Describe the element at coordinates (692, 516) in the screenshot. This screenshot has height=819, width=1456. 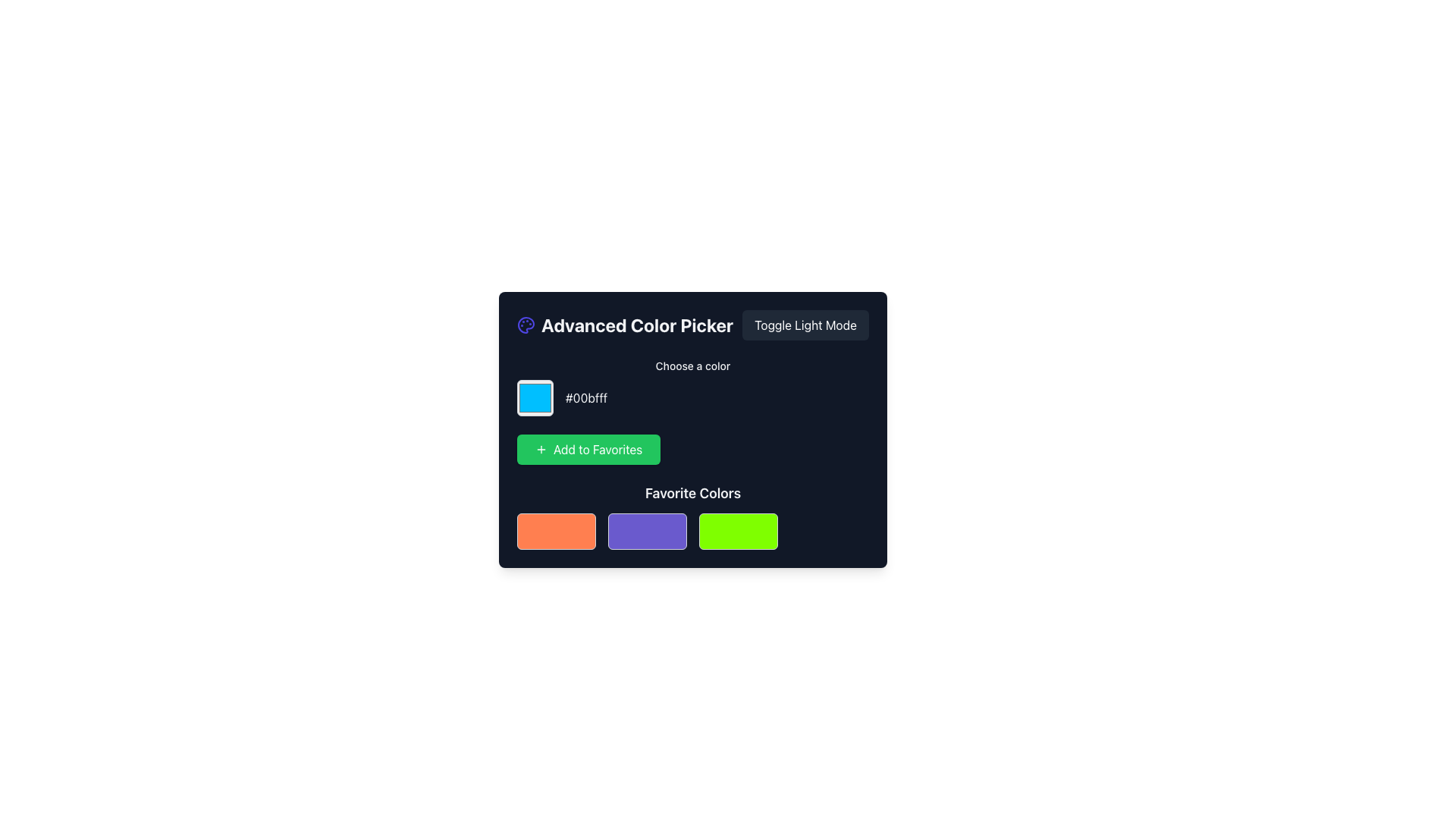
I see `the colored tile in the grid below the 'Favorite Colors' header to select or edit colors` at that location.